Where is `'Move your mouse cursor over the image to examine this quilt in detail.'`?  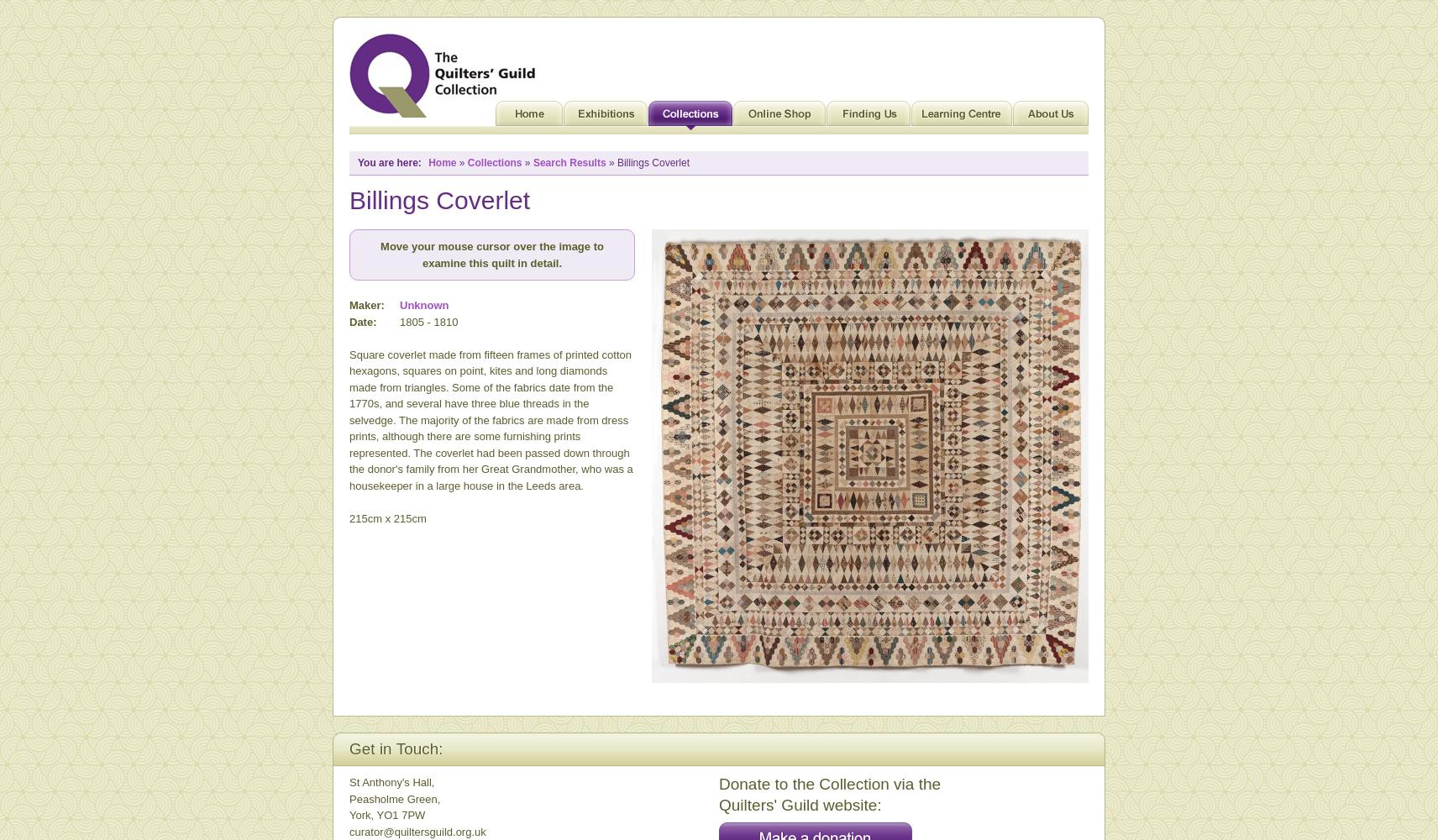
'Move your mouse cursor over the image to examine this quilt in detail.' is located at coordinates (491, 255).